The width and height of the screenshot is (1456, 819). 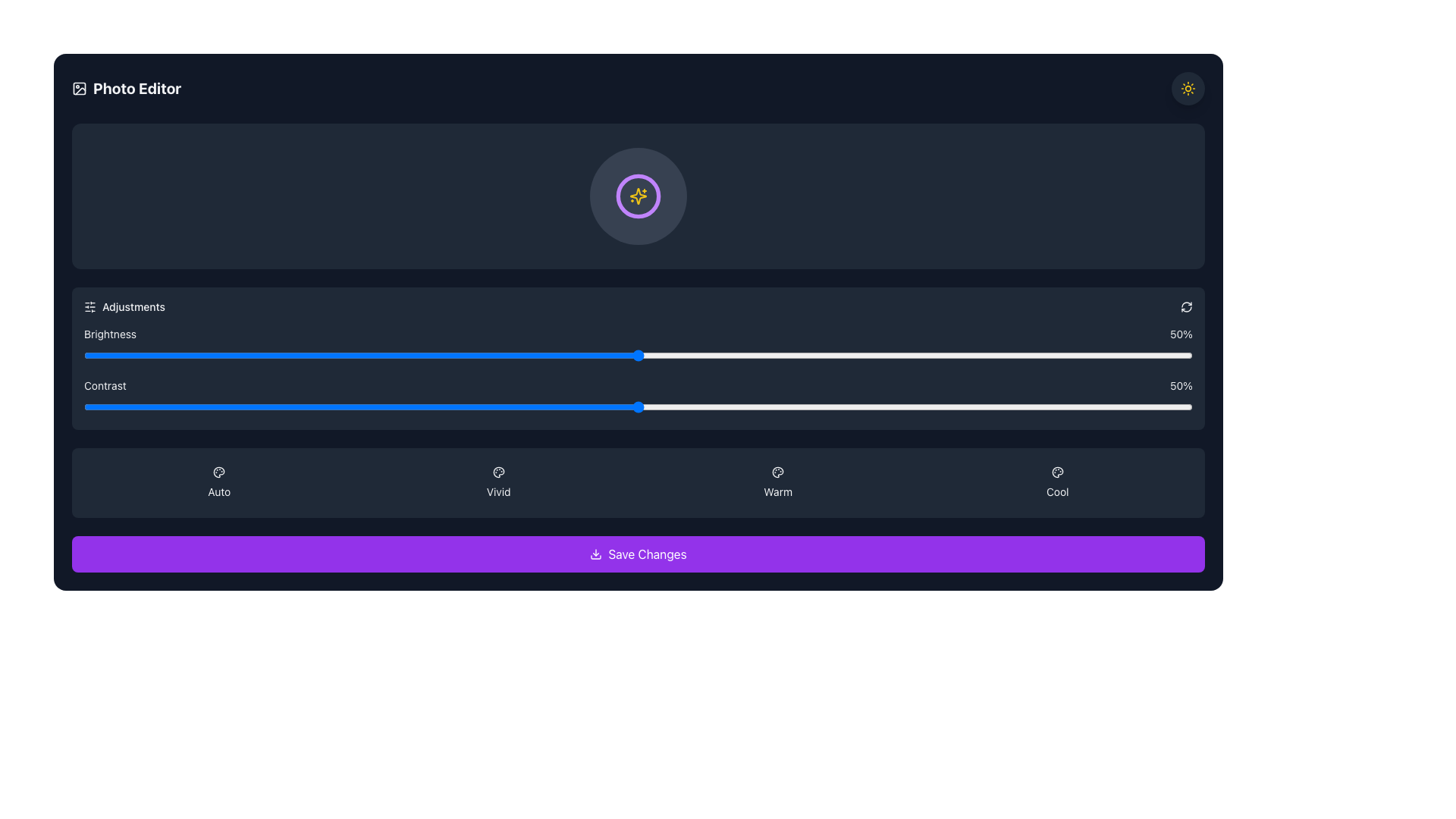 What do you see at coordinates (372, 406) in the screenshot?
I see `contrast` at bounding box center [372, 406].